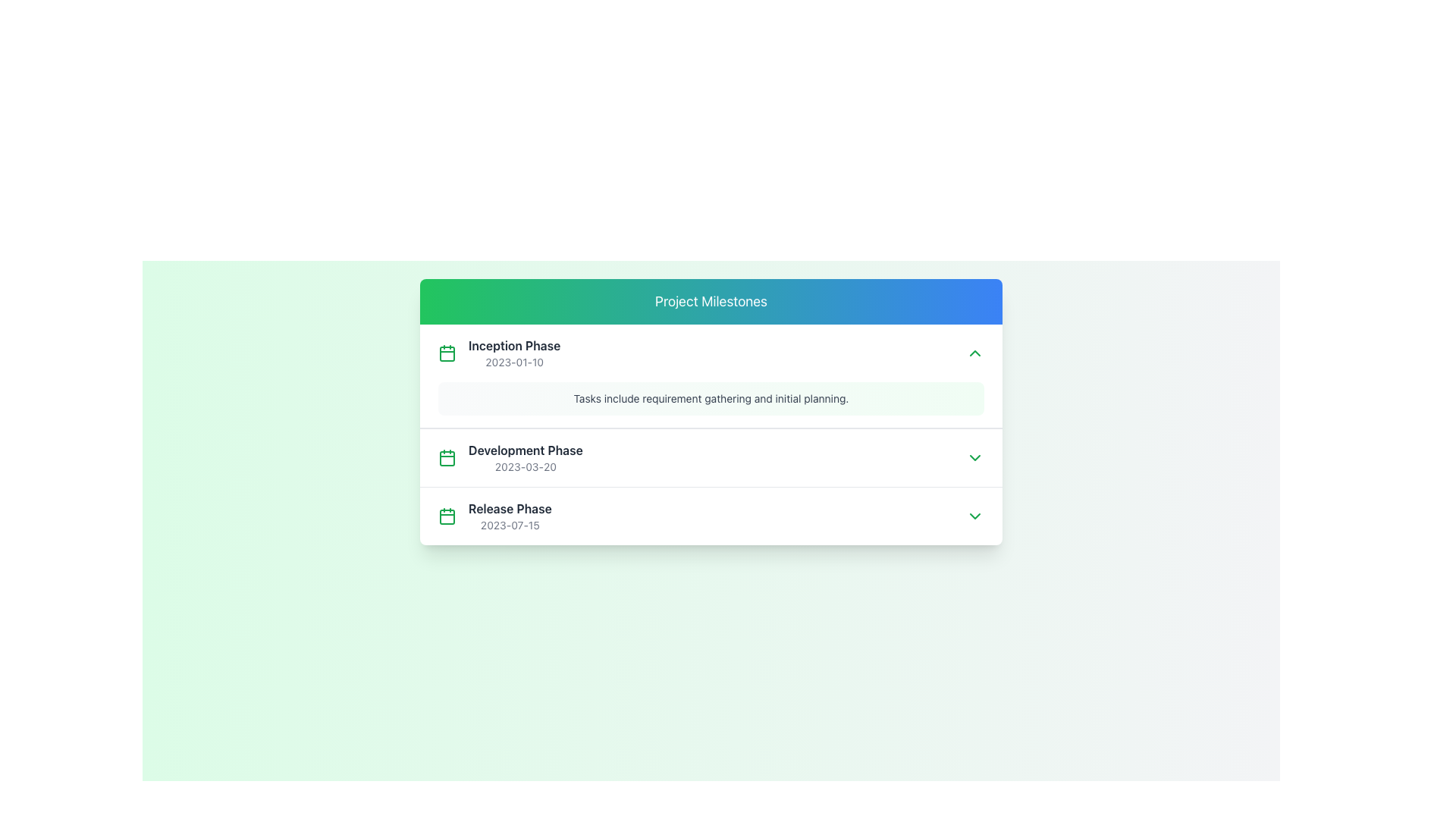  What do you see at coordinates (514, 345) in the screenshot?
I see `the text label 'Inception Phase' which is displayed in bold and dark color, positioned above the date '2023-01-10' and to the right of a green calendar icon` at bounding box center [514, 345].